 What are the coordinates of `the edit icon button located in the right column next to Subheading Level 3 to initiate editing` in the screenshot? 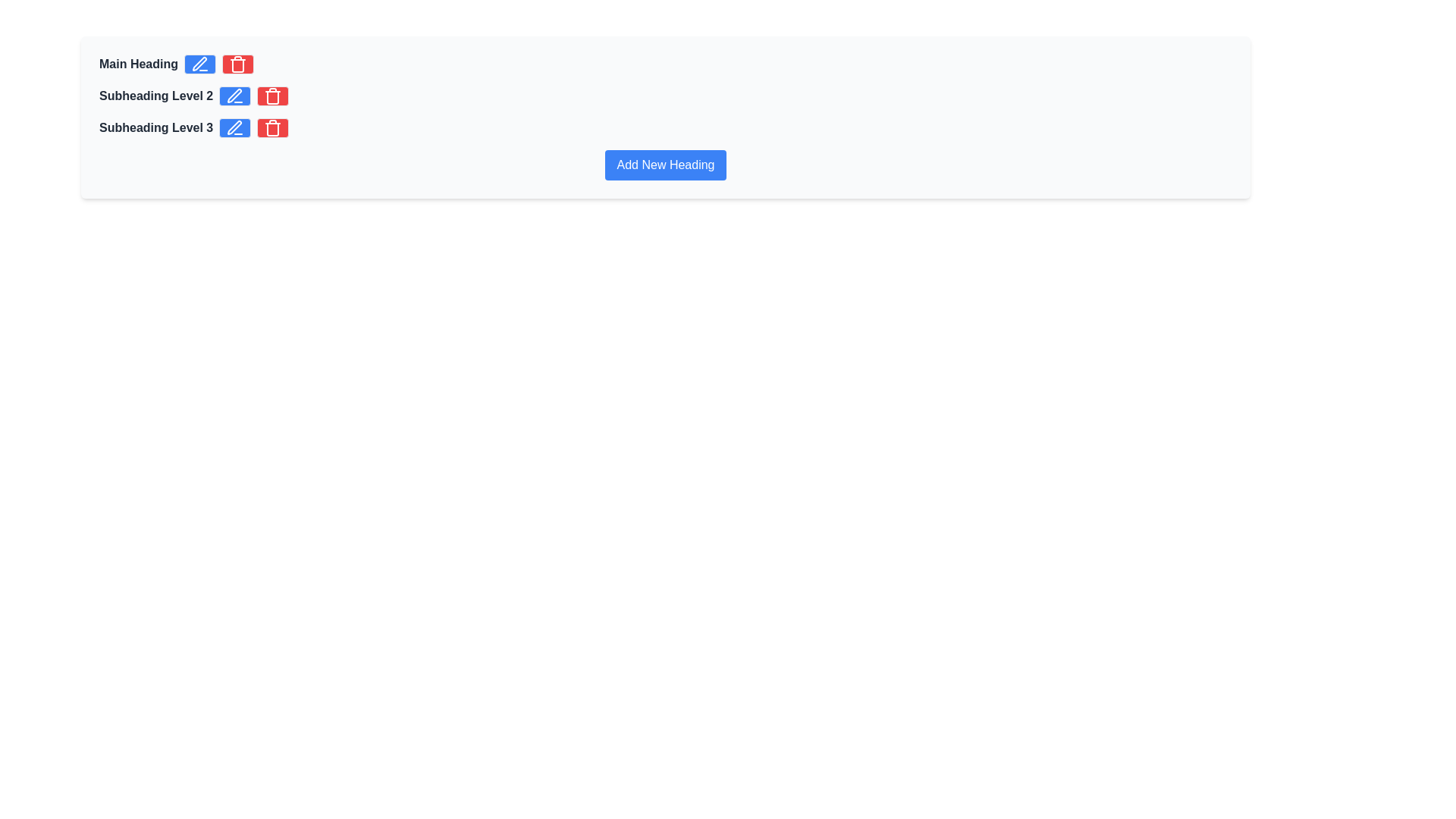 It's located at (234, 127).